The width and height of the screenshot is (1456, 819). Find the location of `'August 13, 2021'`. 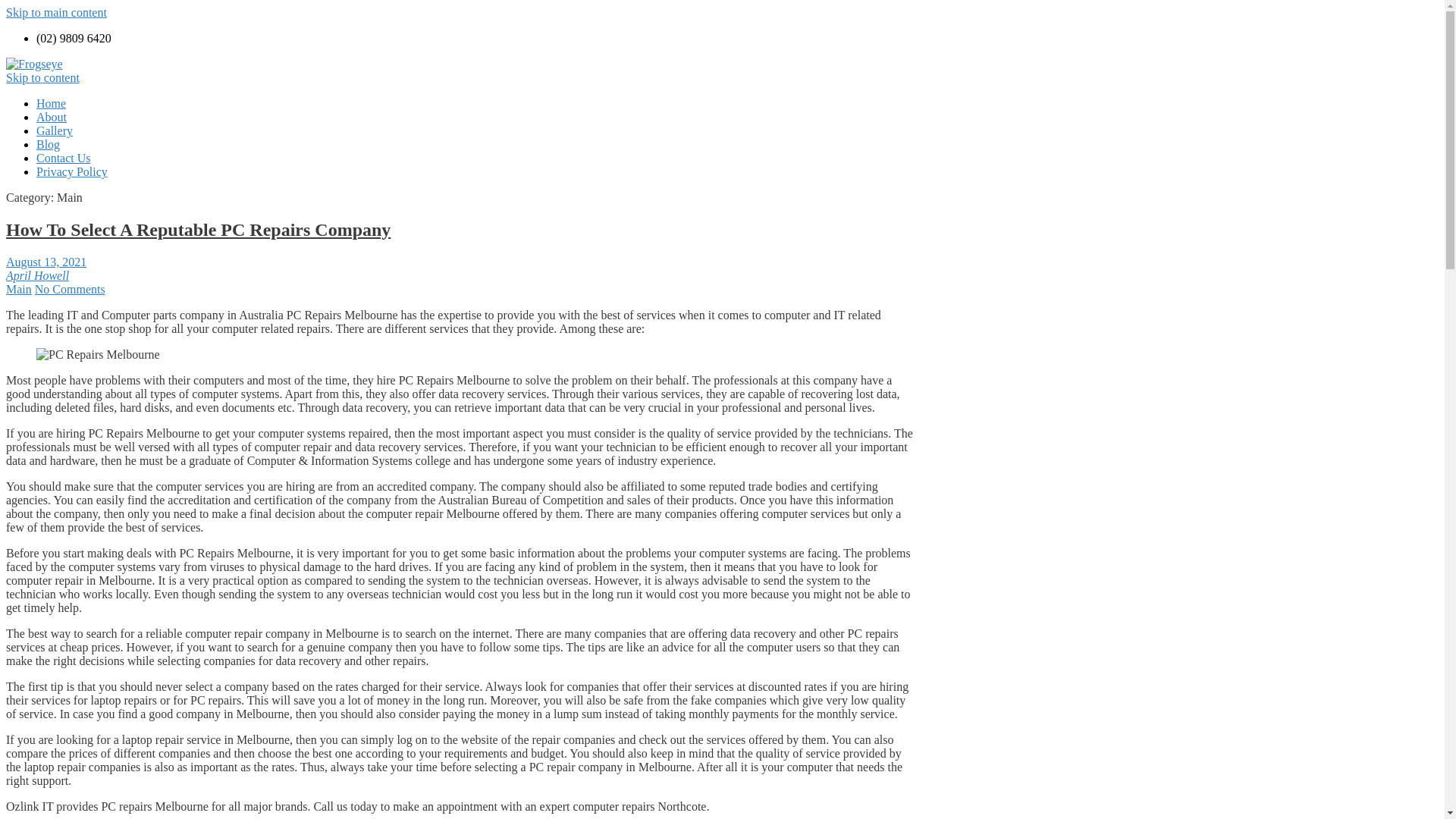

'August 13, 2021' is located at coordinates (46, 261).